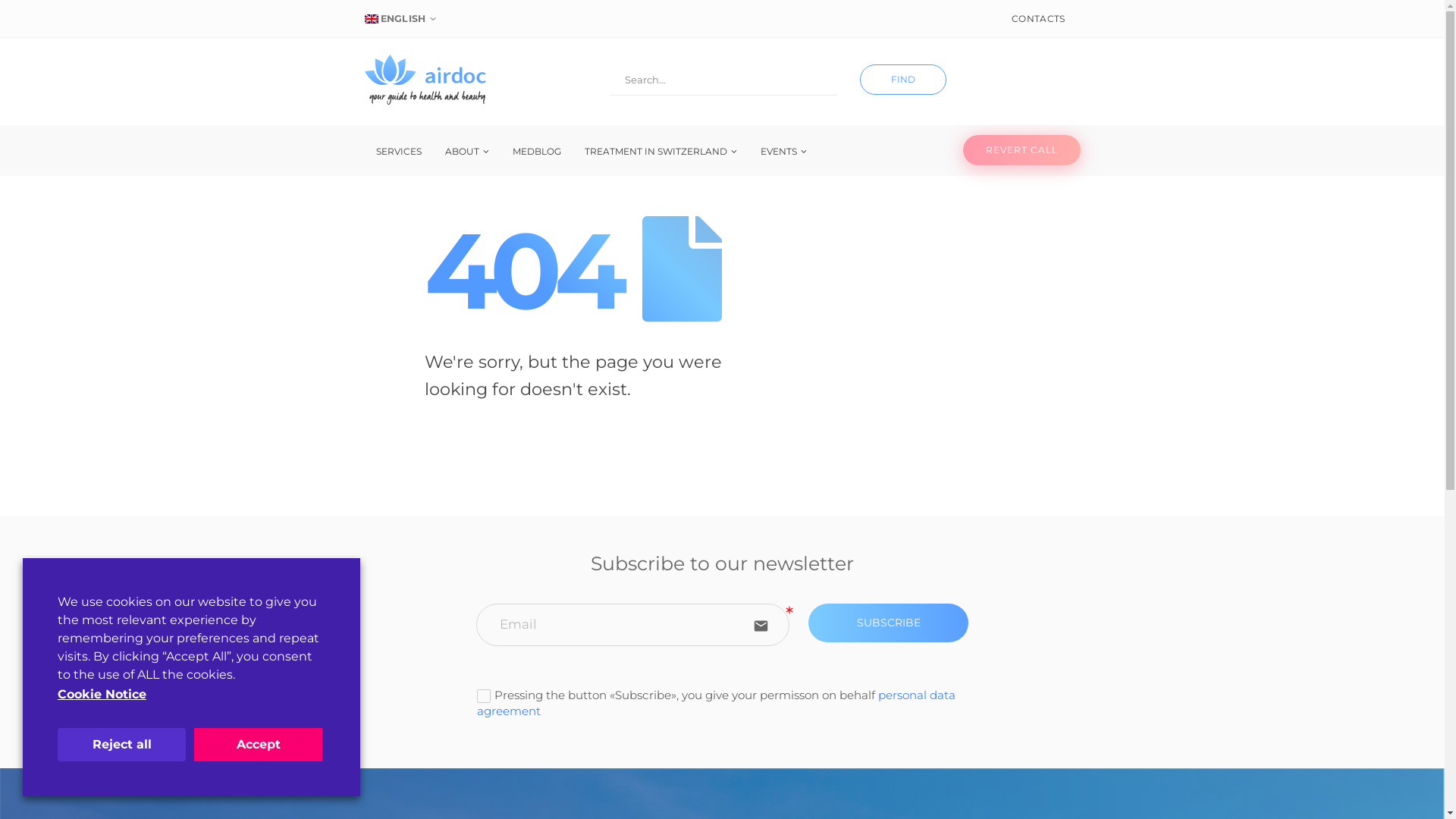 This screenshot has height=819, width=1456. I want to click on 'SUBSCRIBE', so click(888, 623).